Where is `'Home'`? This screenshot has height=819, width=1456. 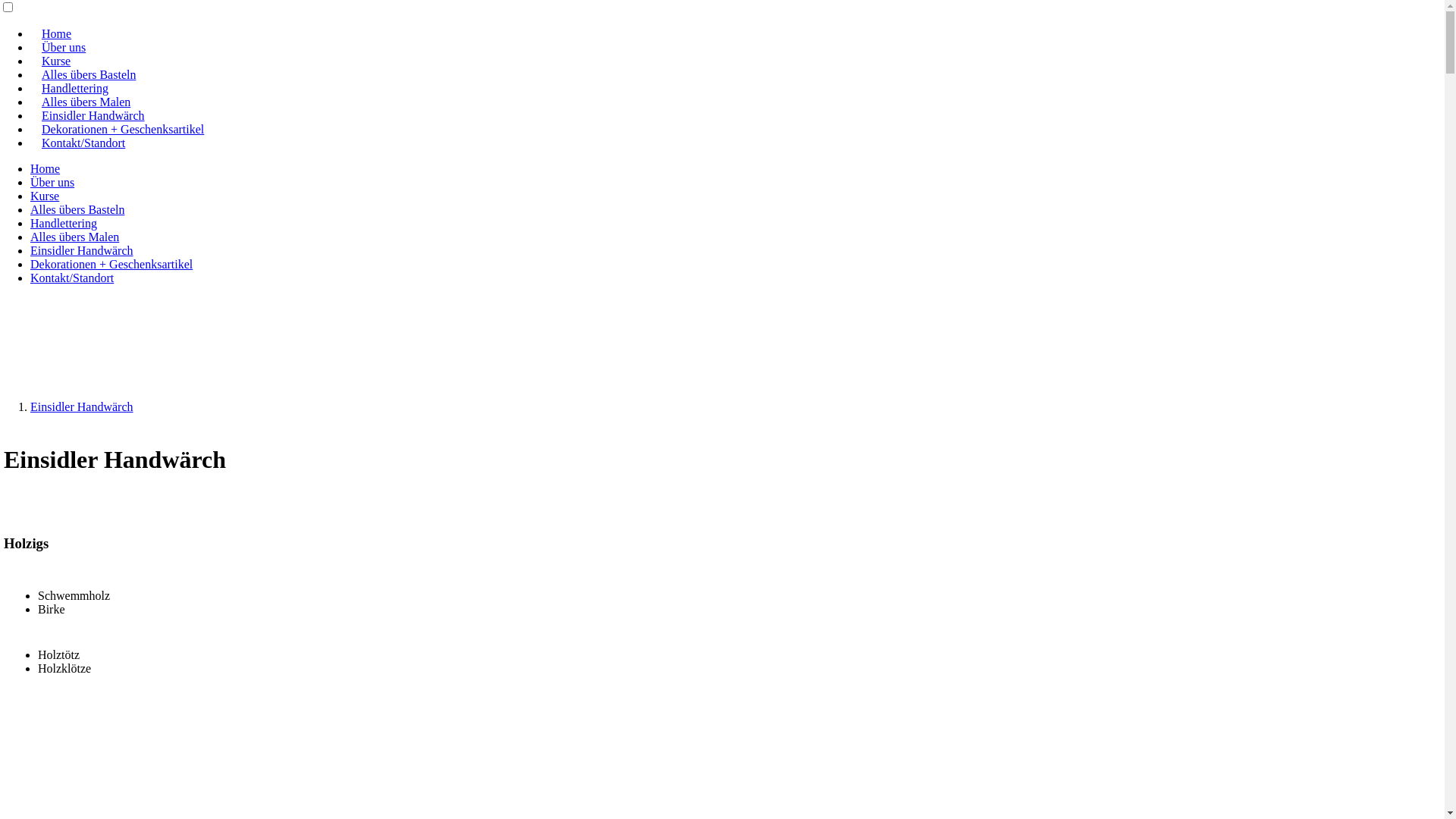
'Home' is located at coordinates (45, 168).